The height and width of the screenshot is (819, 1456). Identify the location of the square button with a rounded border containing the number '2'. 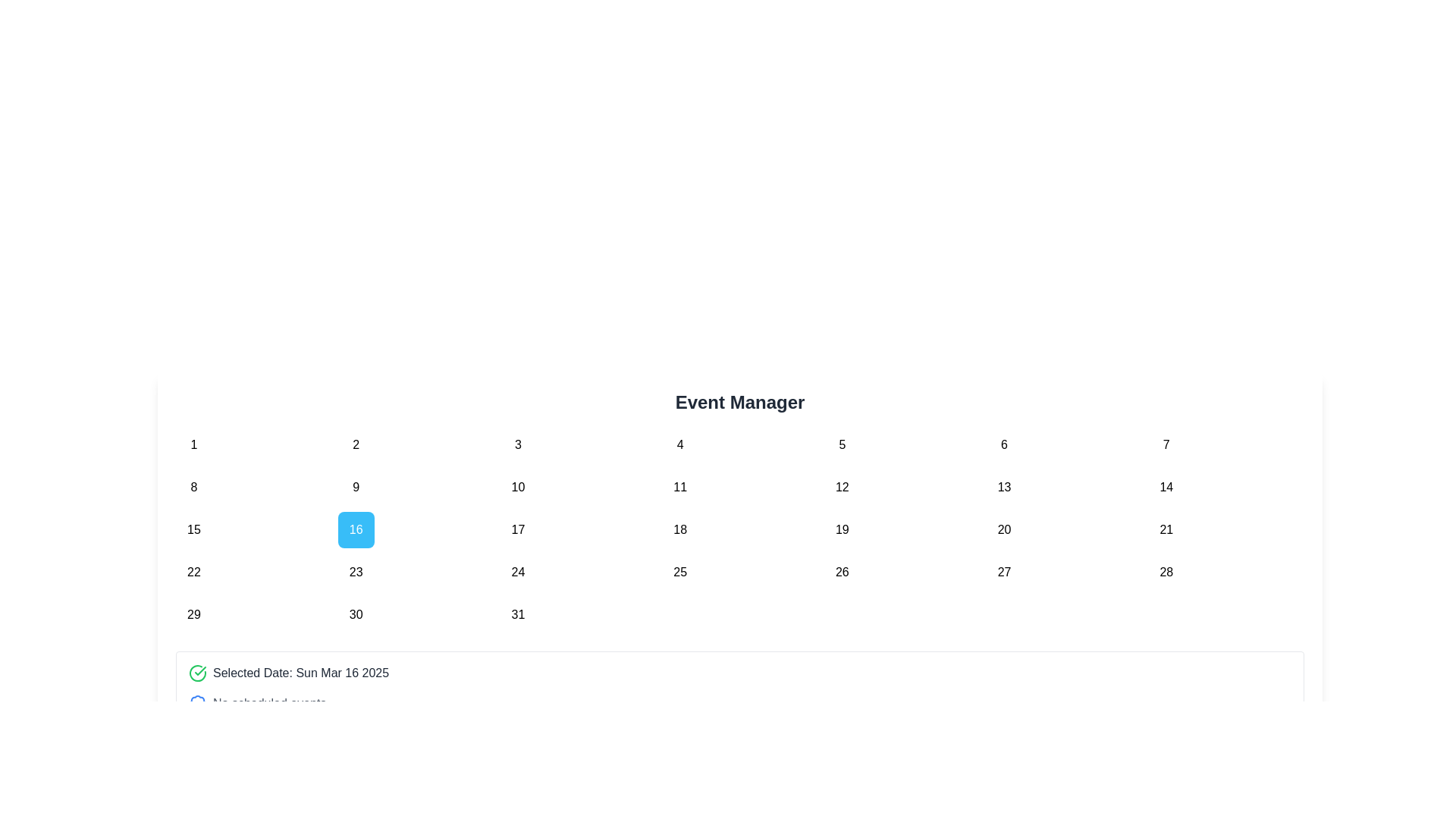
(355, 444).